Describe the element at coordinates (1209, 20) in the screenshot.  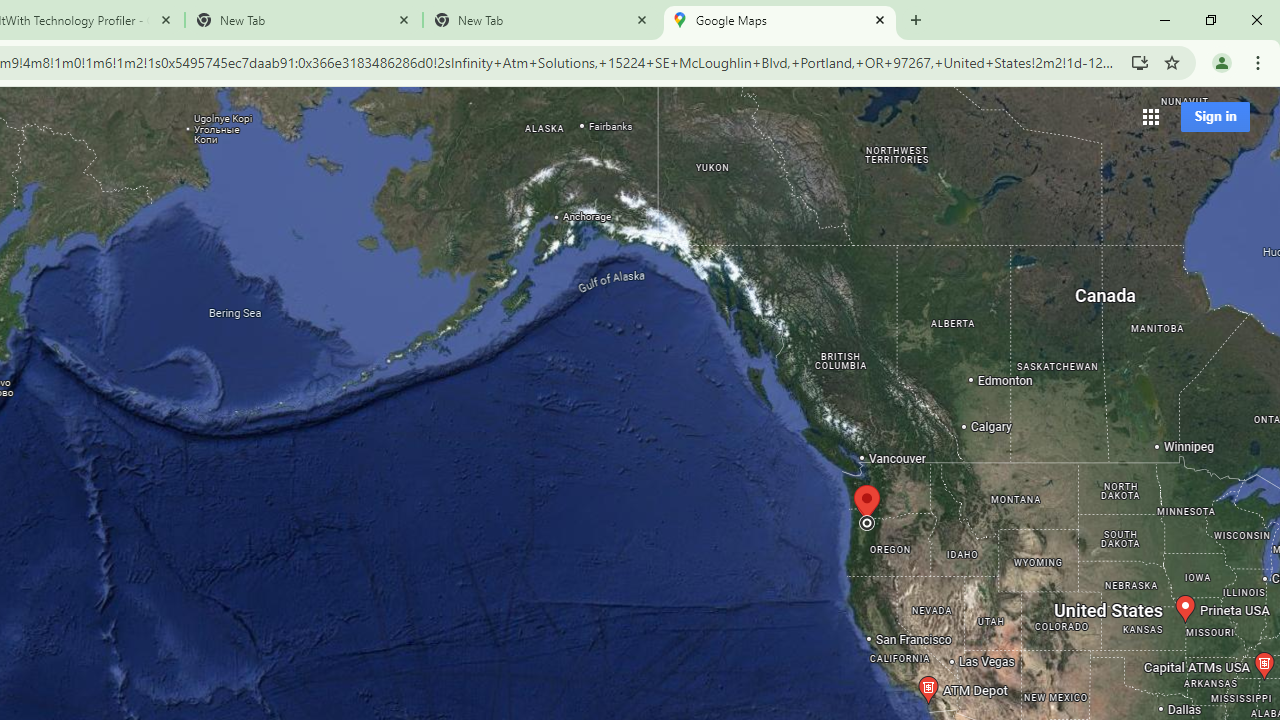
I see `'Restore'` at that location.